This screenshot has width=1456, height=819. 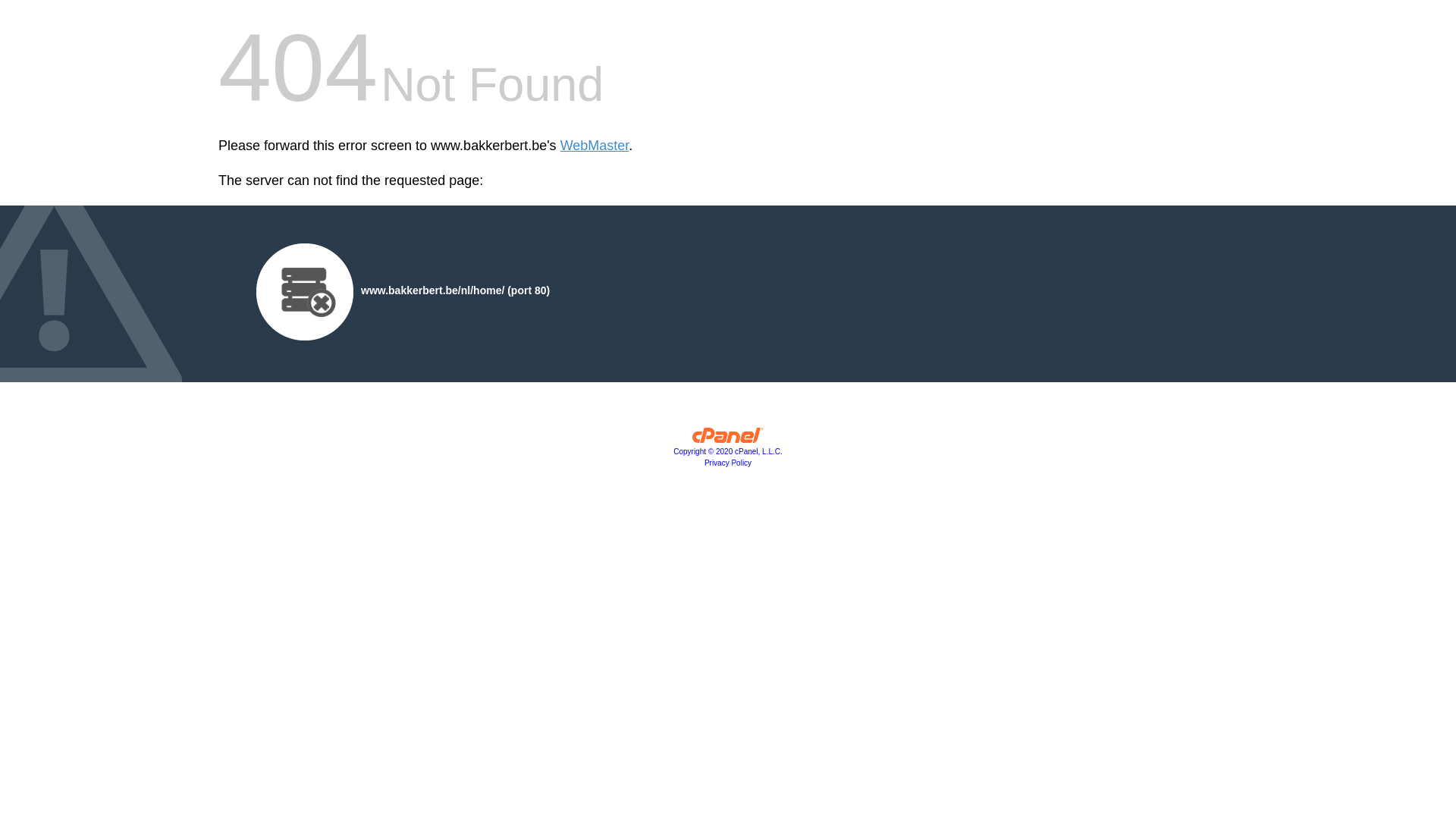 What do you see at coordinates (728, 462) in the screenshot?
I see `'Privacy Policy'` at bounding box center [728, 462].